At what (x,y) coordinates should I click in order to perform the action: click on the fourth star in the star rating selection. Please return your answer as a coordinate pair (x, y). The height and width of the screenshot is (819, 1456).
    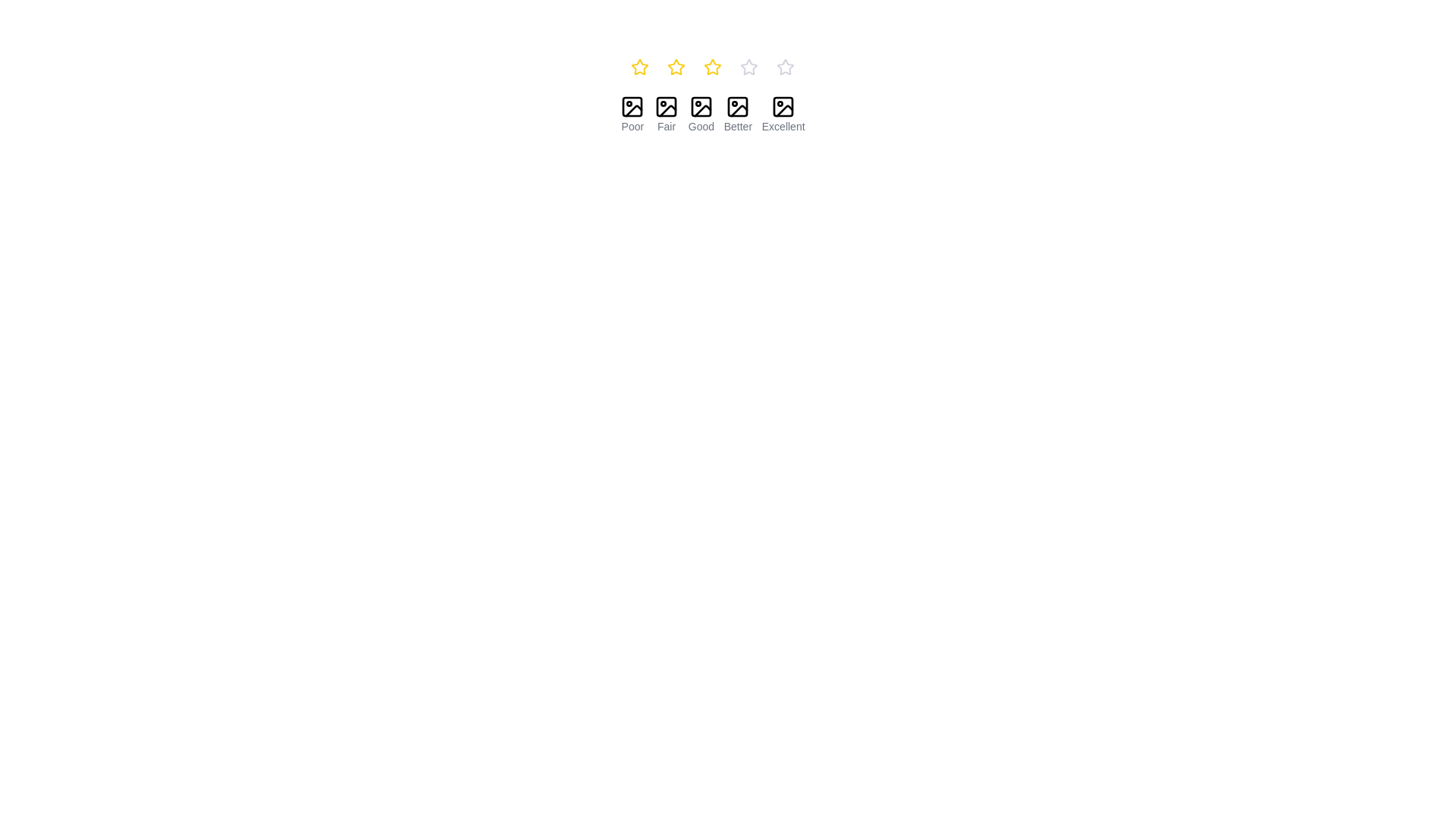
    Looking at the image, I should click on (749, 66).